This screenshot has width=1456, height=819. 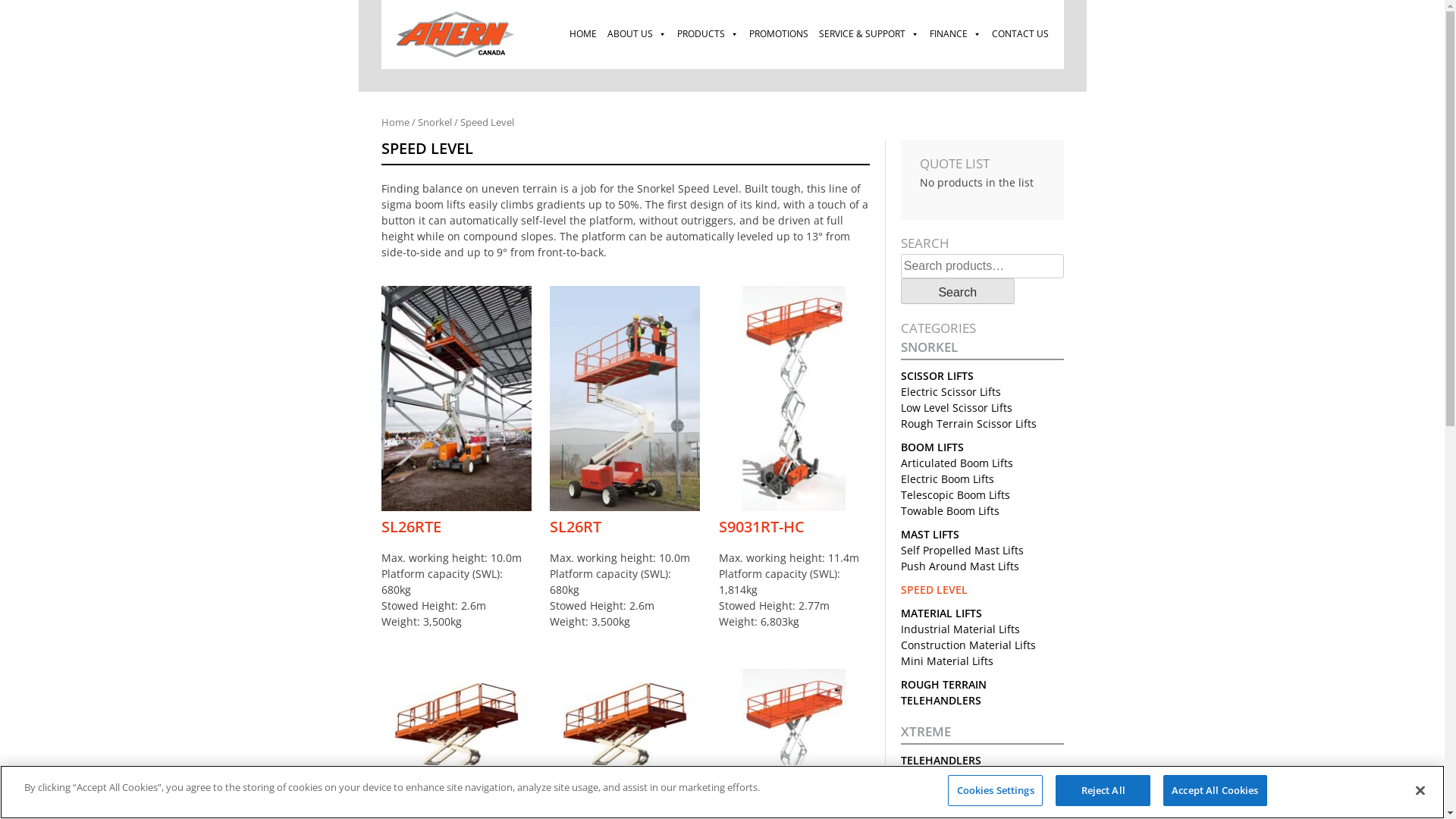 I want to click on 'Articulated Boom Lifts', so click(x=956, y=462).